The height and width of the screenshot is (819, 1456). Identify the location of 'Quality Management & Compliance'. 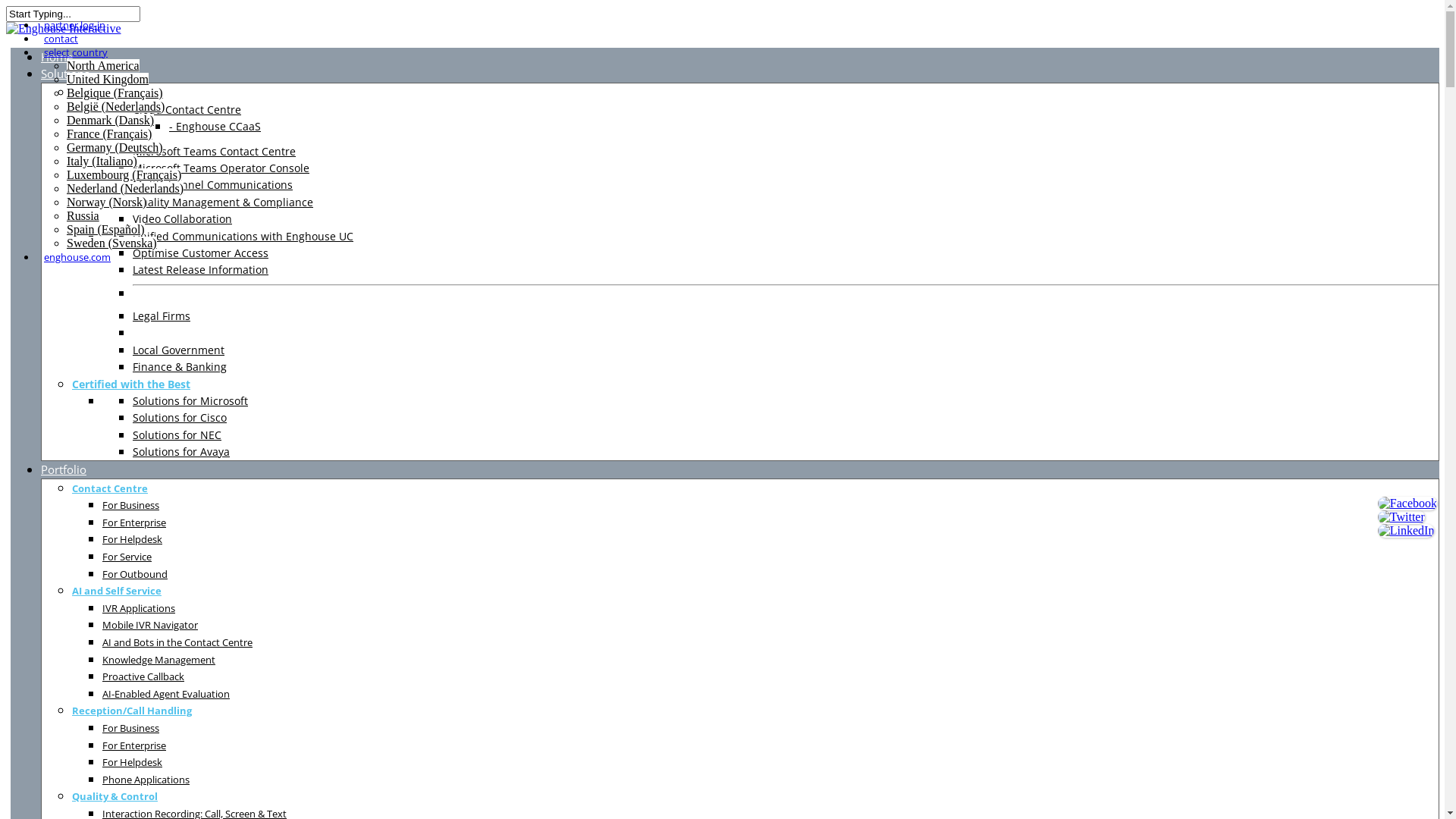
(132, 201).